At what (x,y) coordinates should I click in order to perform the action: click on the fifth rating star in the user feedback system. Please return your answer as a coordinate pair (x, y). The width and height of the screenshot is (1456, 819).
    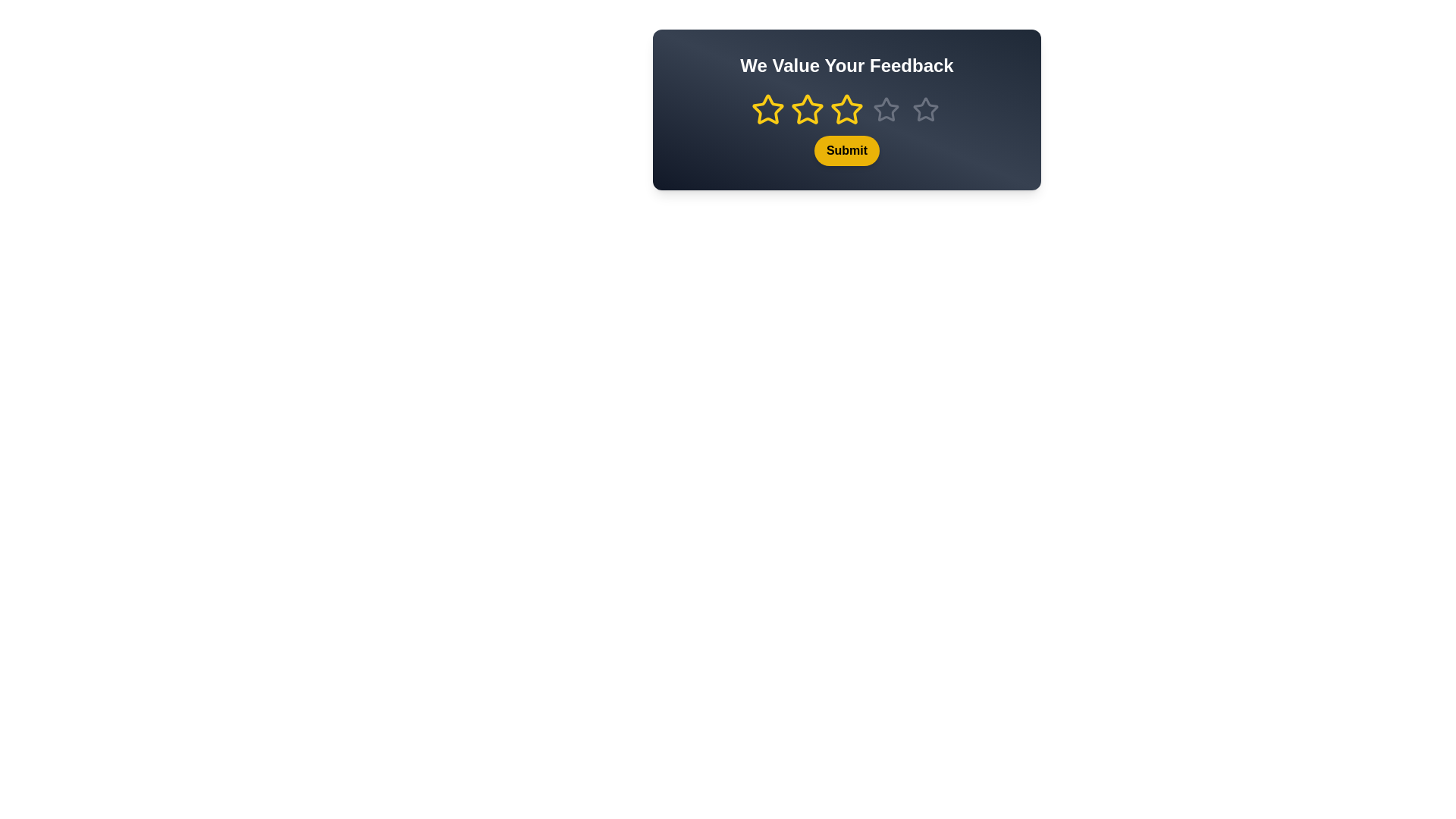
    Looking at the image, I should click on (924, 109).